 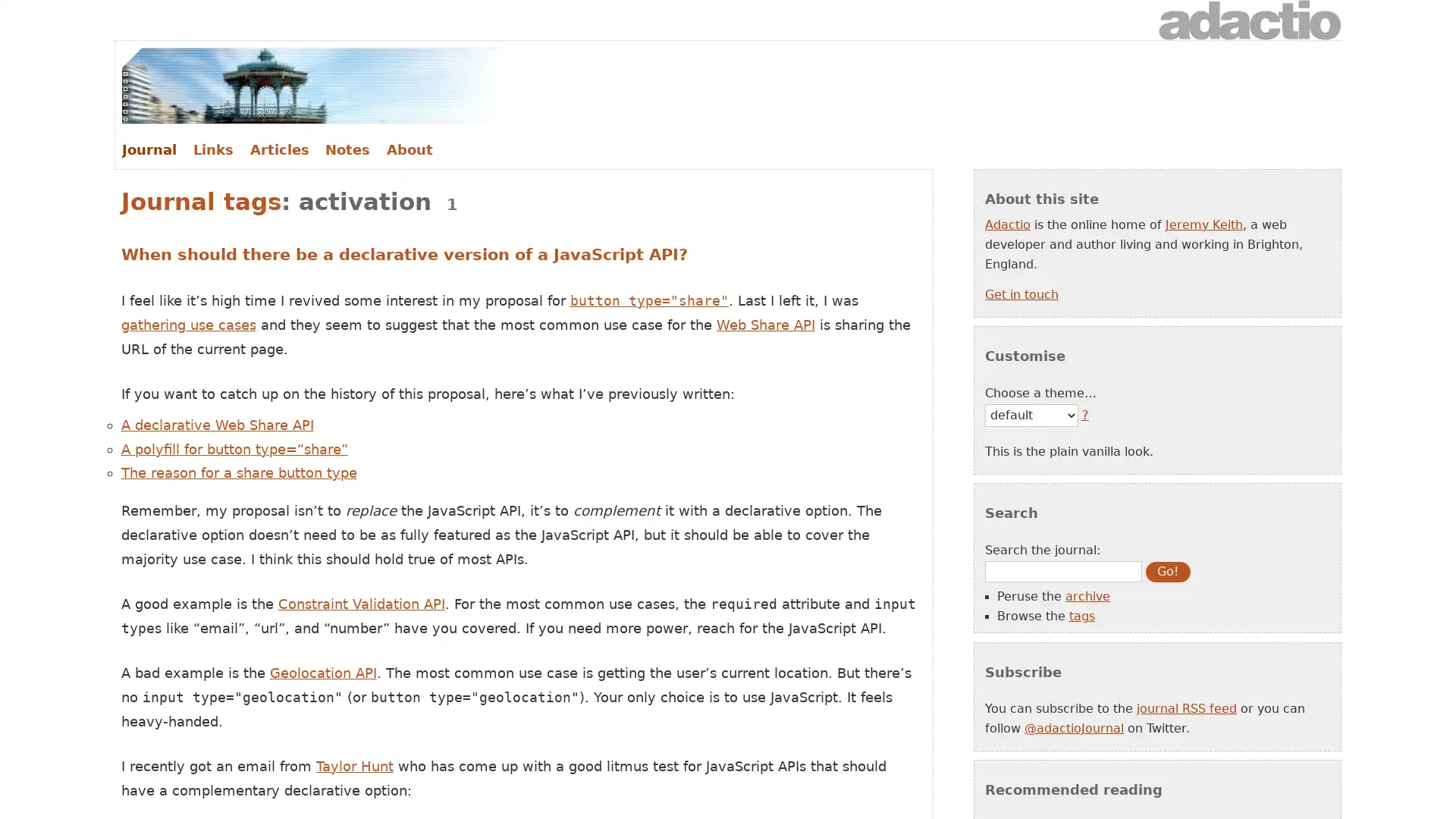 I want to click on Go!, so click(x=1166, y=571).